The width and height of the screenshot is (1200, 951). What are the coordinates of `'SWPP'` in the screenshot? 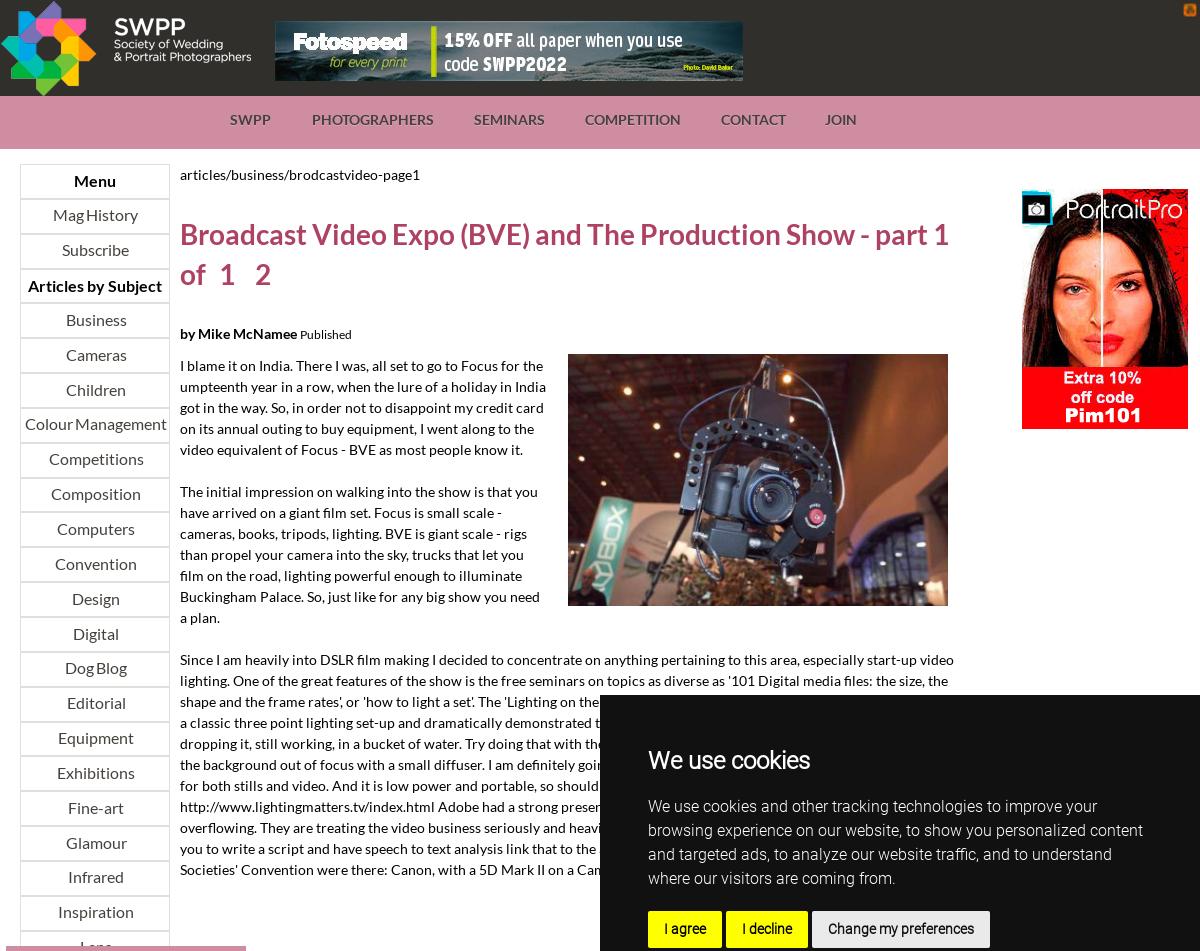 It's located at (249, 119).